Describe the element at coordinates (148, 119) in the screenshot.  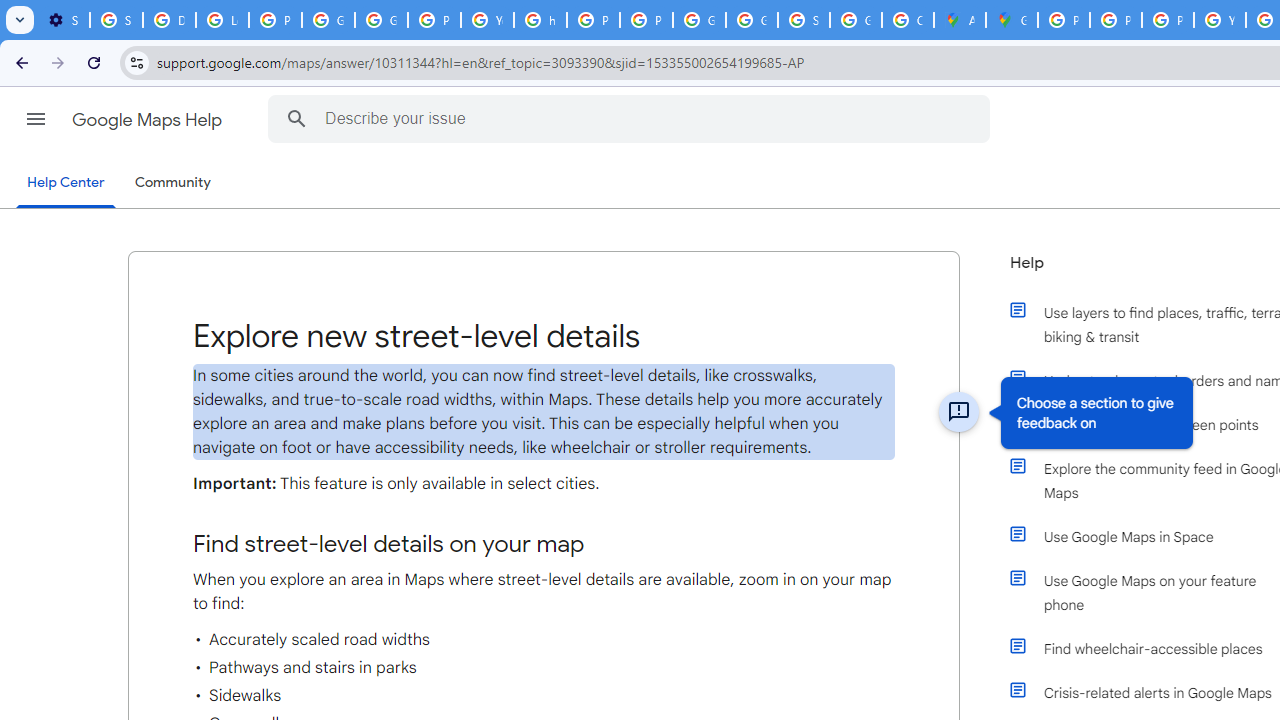
I see `'Google Maps Help'` at that location.